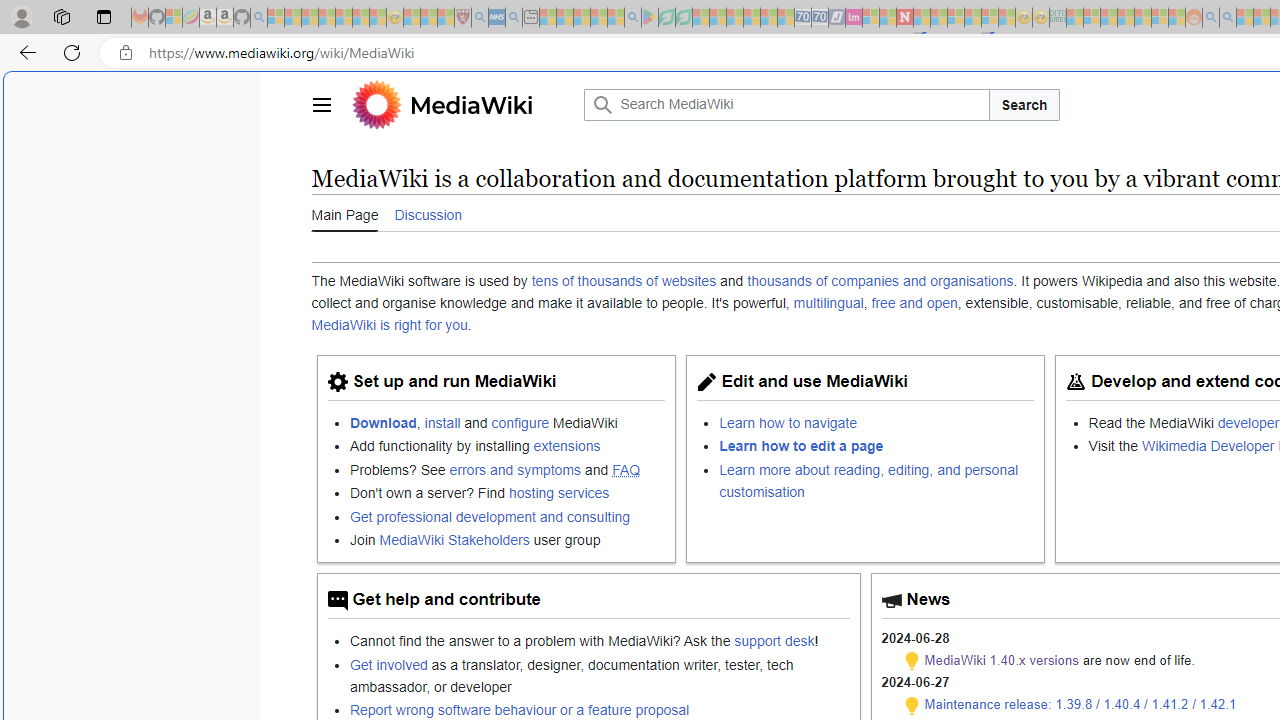  Describe the element at coordinates (623, 281) in the screenshot. I see `'tens of thousands of websites'` at that location.